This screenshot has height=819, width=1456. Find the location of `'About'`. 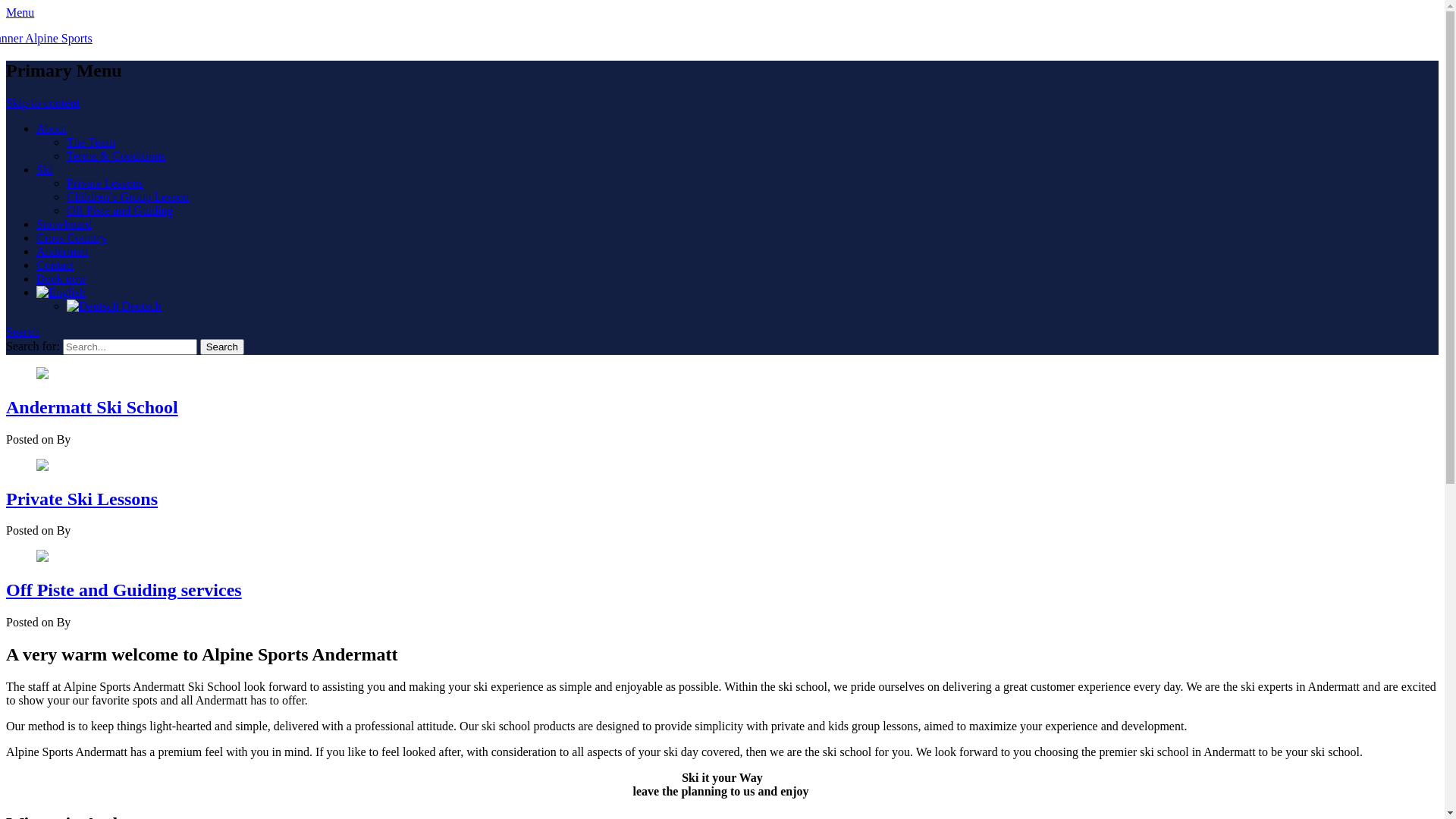

'About' is located at coordinates (51, 127).